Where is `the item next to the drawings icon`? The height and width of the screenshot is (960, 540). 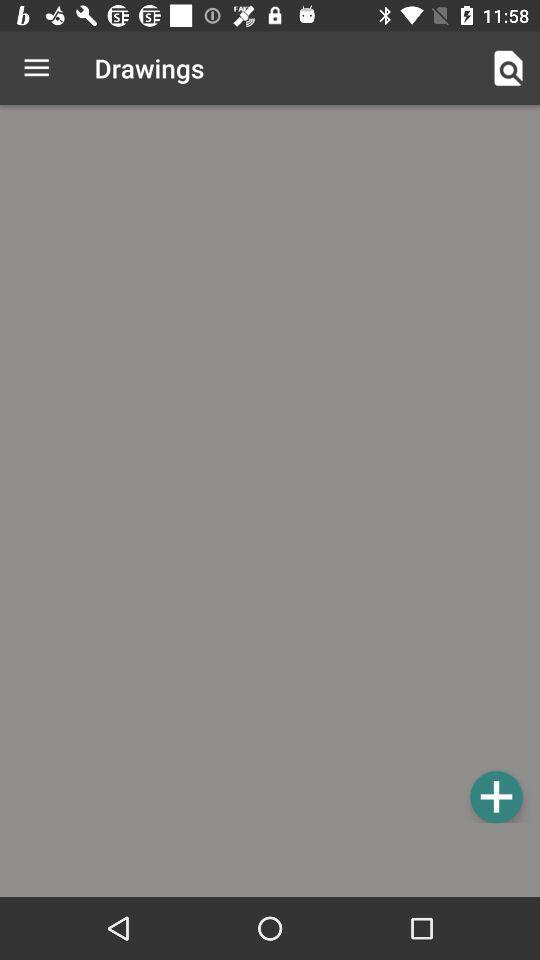
the item next to the drawings icon is located at coordinates (36, 68).